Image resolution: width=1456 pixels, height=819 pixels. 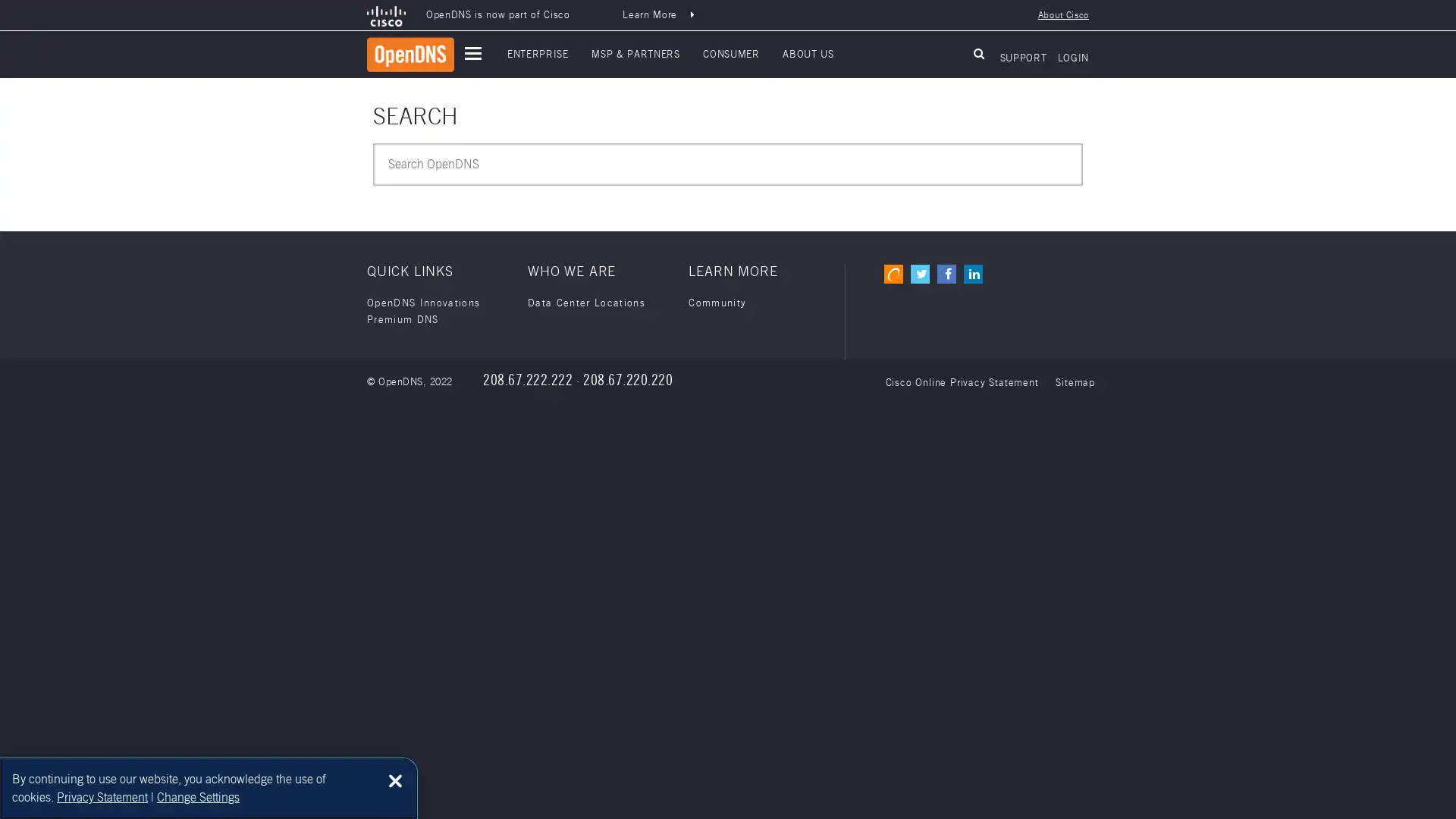 What do you see at coordinates (472, 52) in the screenshot?
I see `open main navigation` at bounding box center [472, 52].